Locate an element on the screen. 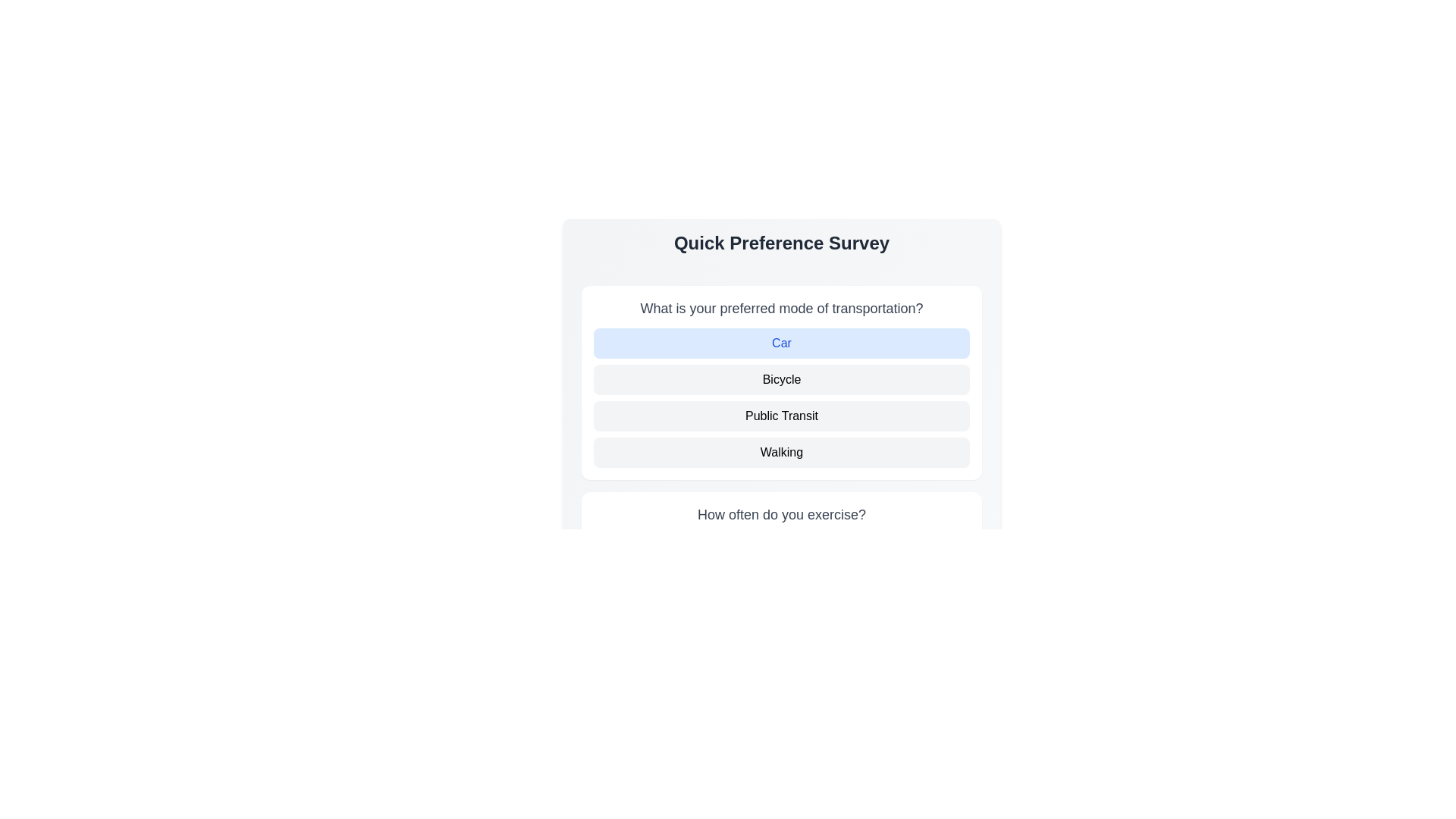  the option in the vertical list of selectable transportation modes labeled 'Car', 'Bicycle', 'Public Transit', and 'Walking' is located at coordinates (782, 397).